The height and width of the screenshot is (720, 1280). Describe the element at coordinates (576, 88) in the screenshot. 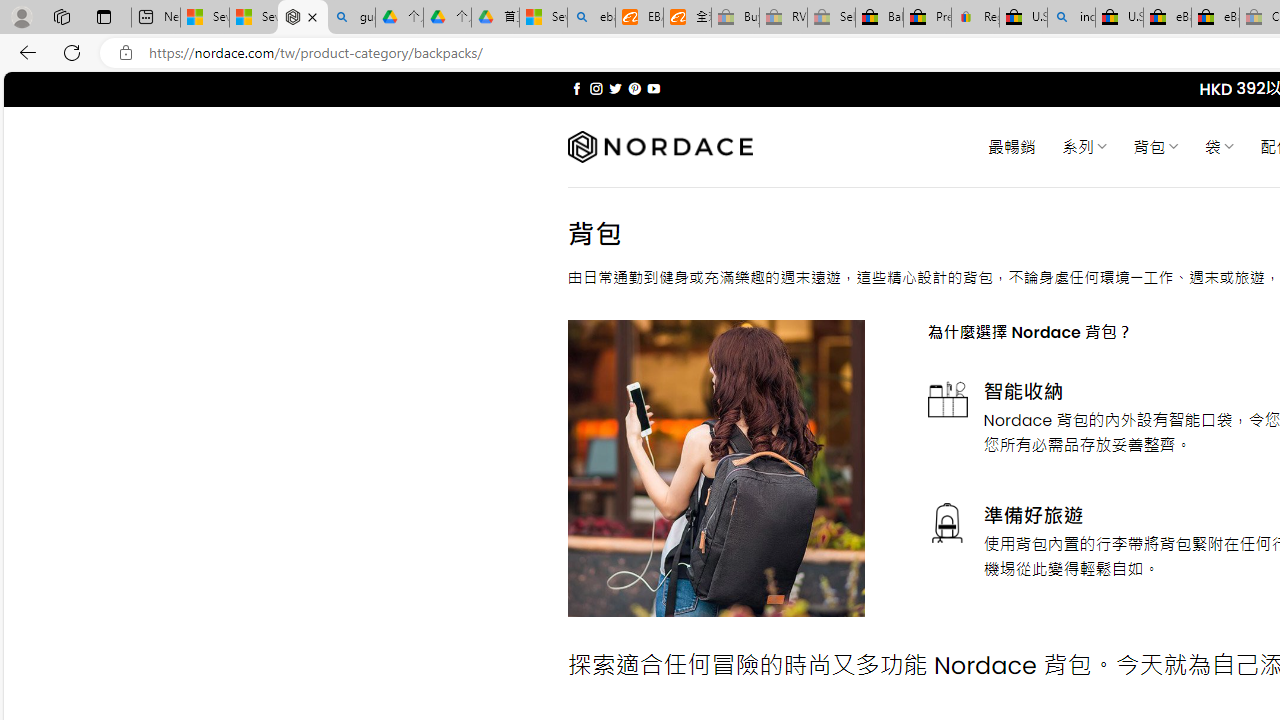

I see `'Follow on Facebook'` at that location.